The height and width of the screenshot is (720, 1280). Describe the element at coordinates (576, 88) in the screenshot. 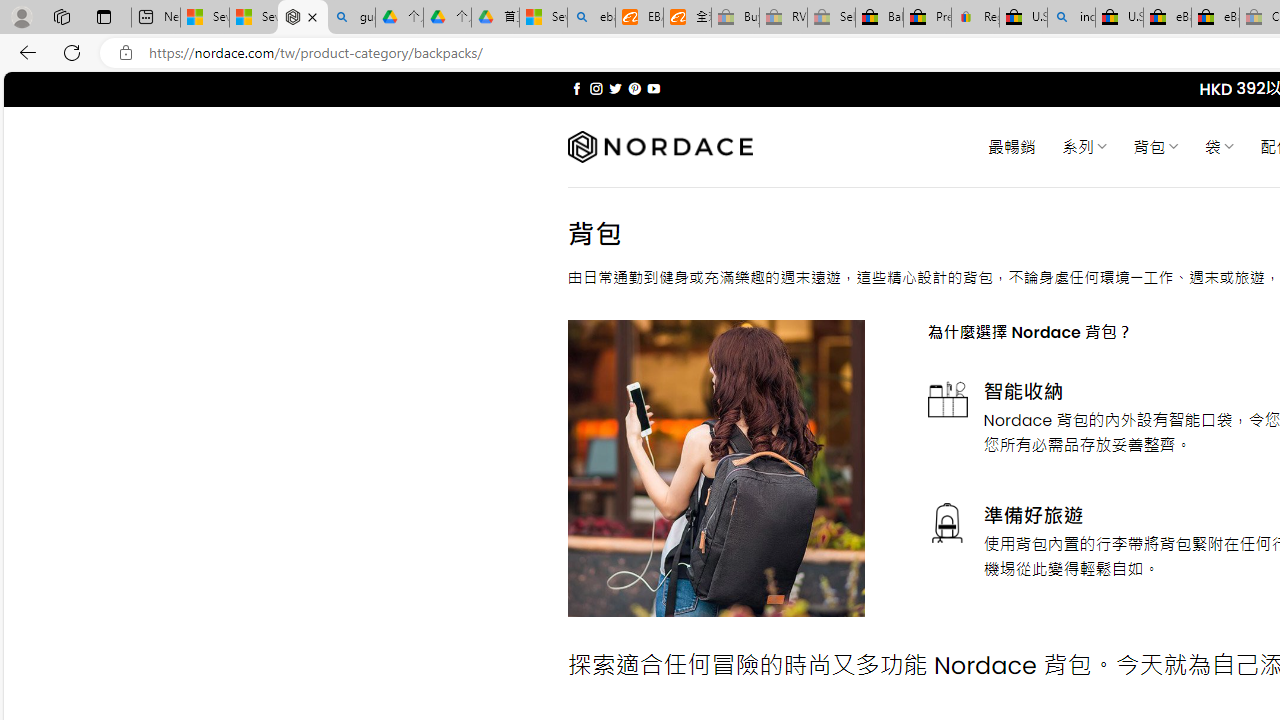

I see `'Follow on Facebook'` at that location.